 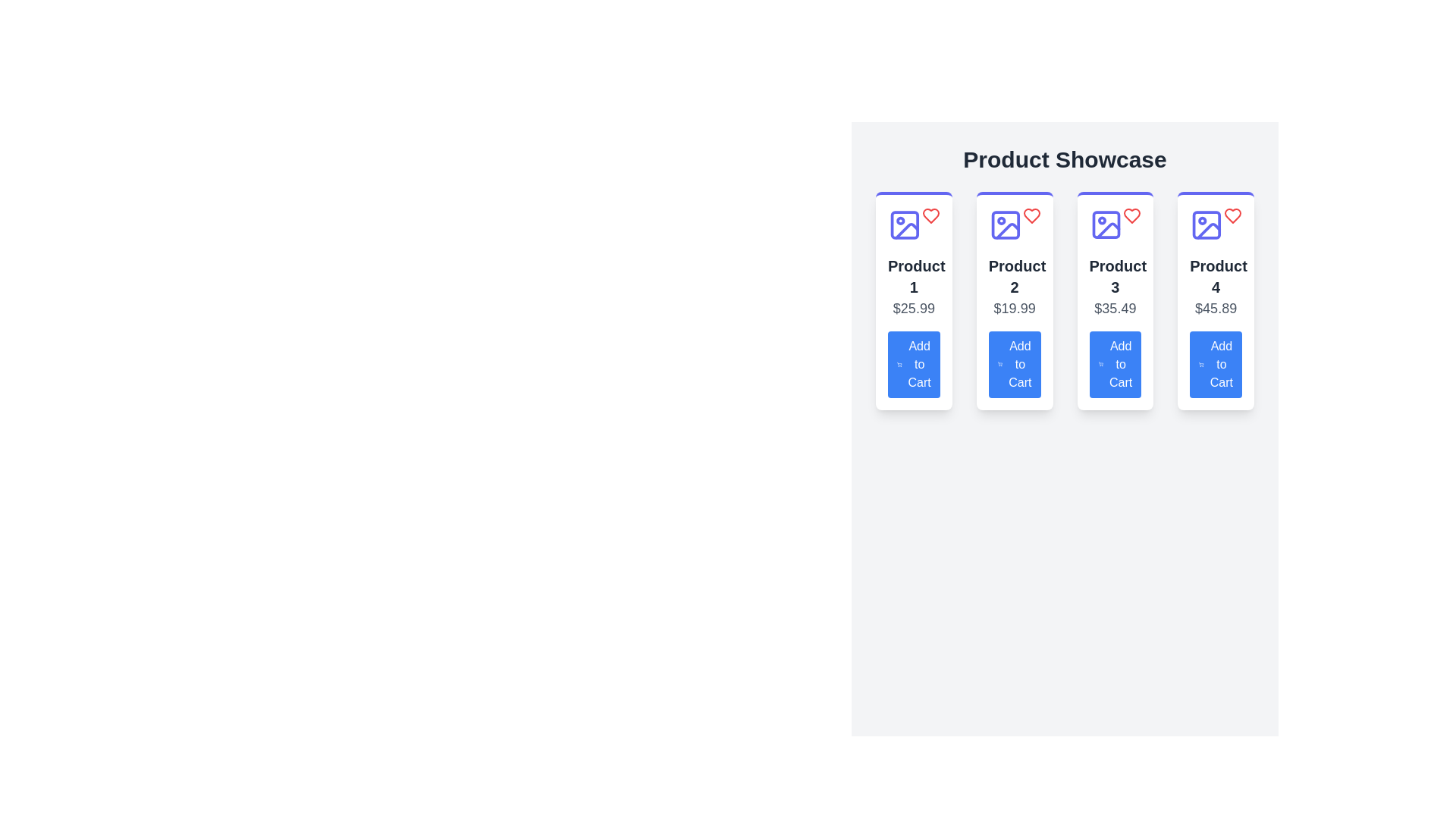 I want to click on the icon placeholder representing 'Product 2' located inside its product card, positioned second from the left in a horizontal list, so click(x=1006, y=225).